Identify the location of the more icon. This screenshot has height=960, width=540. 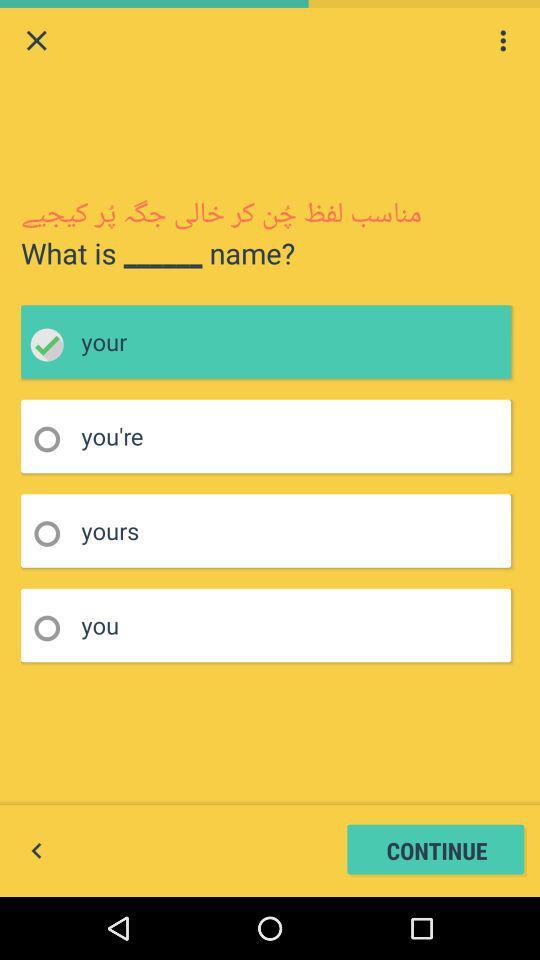
(502, 42).